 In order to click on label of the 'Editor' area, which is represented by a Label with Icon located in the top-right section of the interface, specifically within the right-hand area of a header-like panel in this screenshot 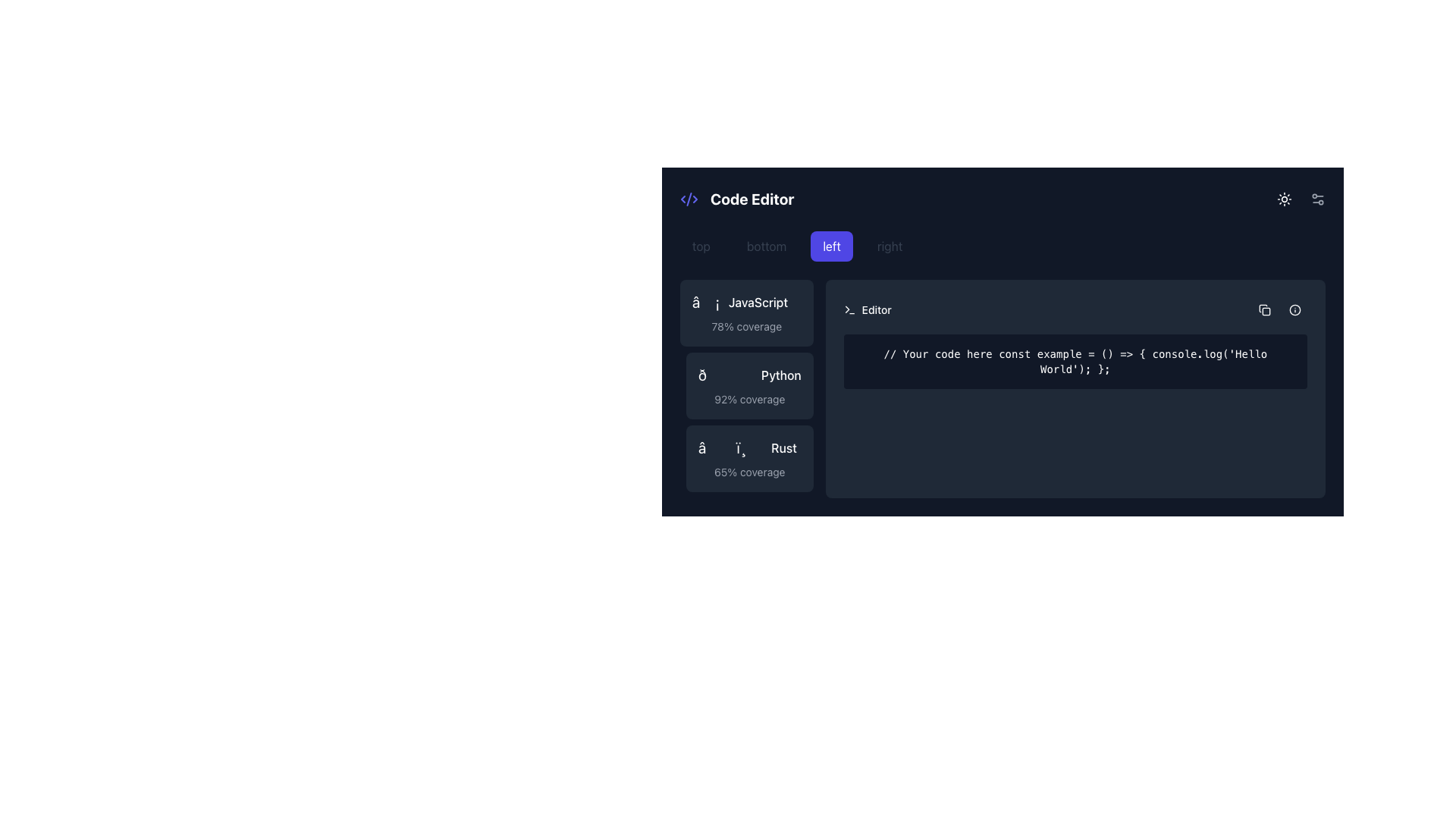, I will do `click(868, 309)`.